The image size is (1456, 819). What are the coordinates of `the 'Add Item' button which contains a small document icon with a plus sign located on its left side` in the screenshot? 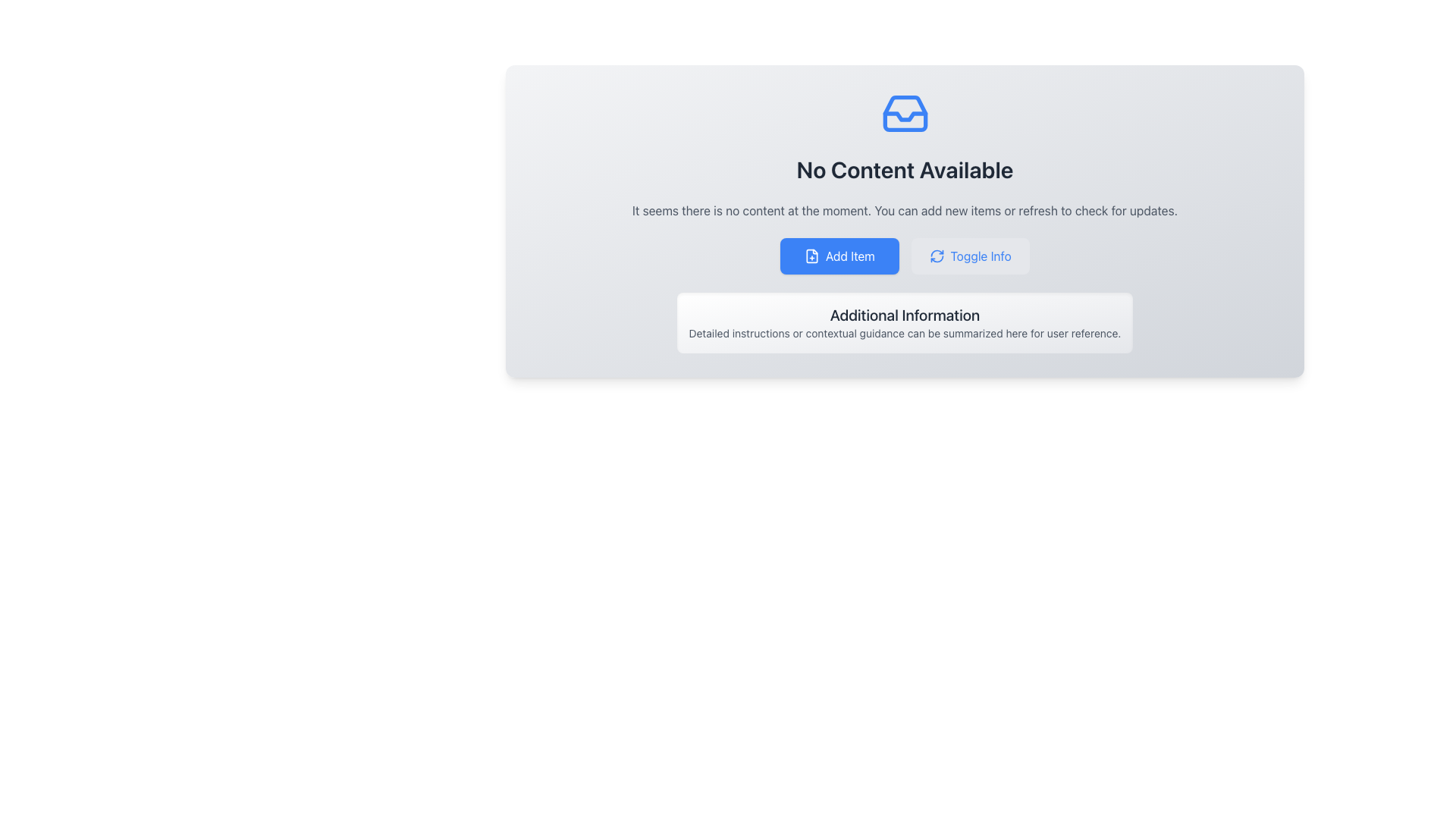 It's located at (811, 256).